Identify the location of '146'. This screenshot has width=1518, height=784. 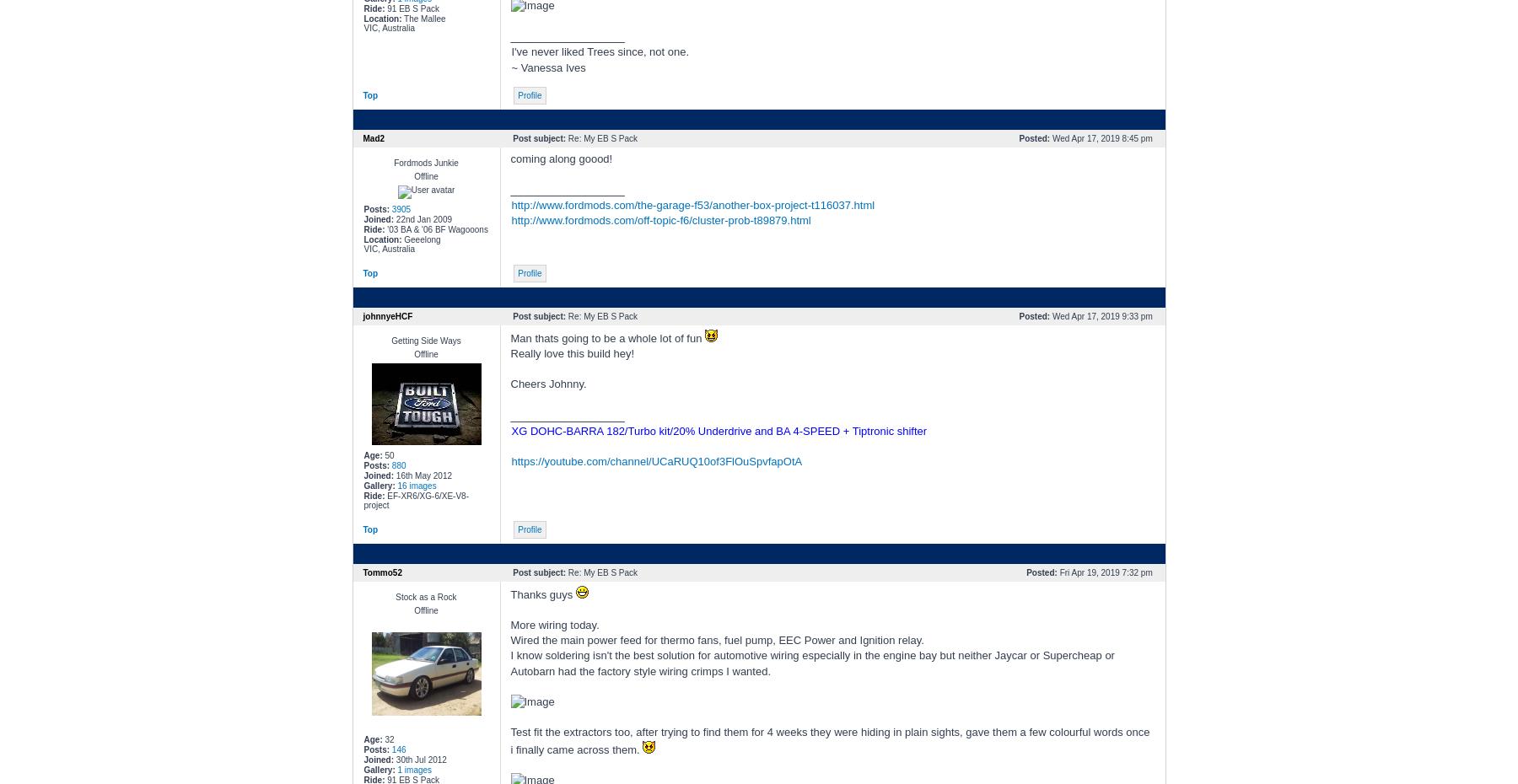
(390, 749).